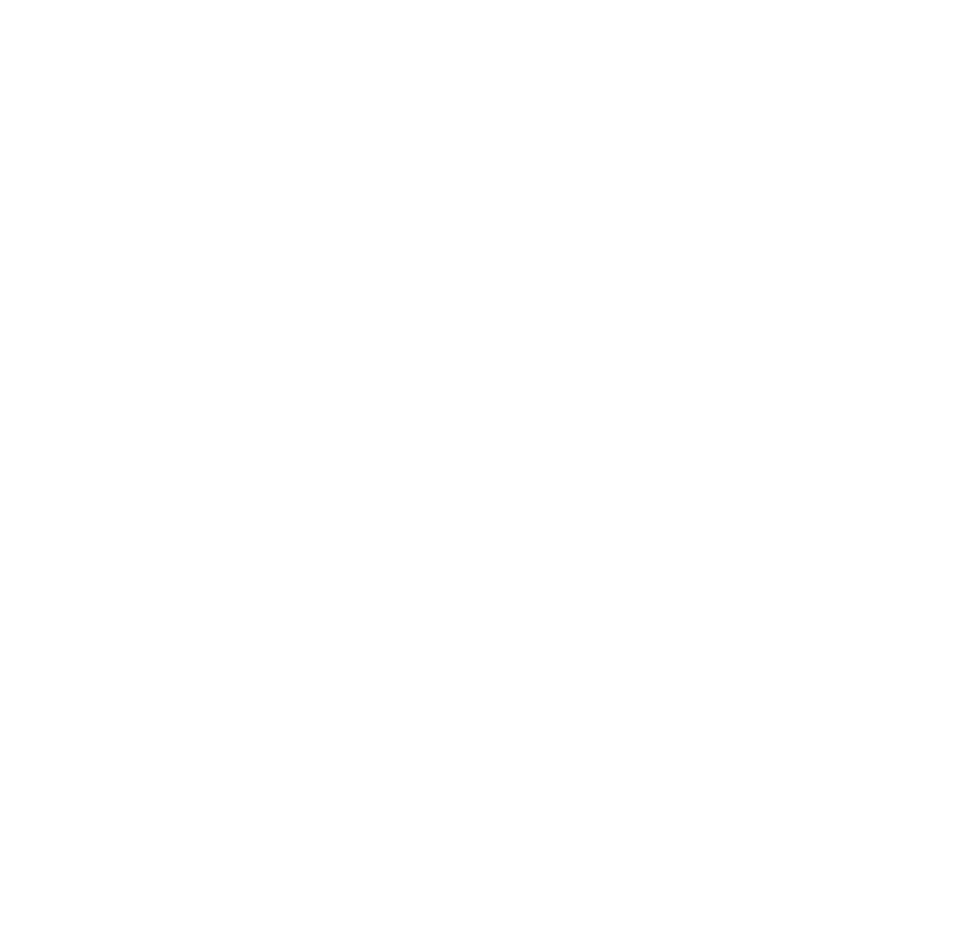 This screenshot has width=980, height=938. What do you see at coordinates (655, 550) in the screenshot?
I see `'Call, email, and communicate with Desi...'` at bounding box center [655, 550].